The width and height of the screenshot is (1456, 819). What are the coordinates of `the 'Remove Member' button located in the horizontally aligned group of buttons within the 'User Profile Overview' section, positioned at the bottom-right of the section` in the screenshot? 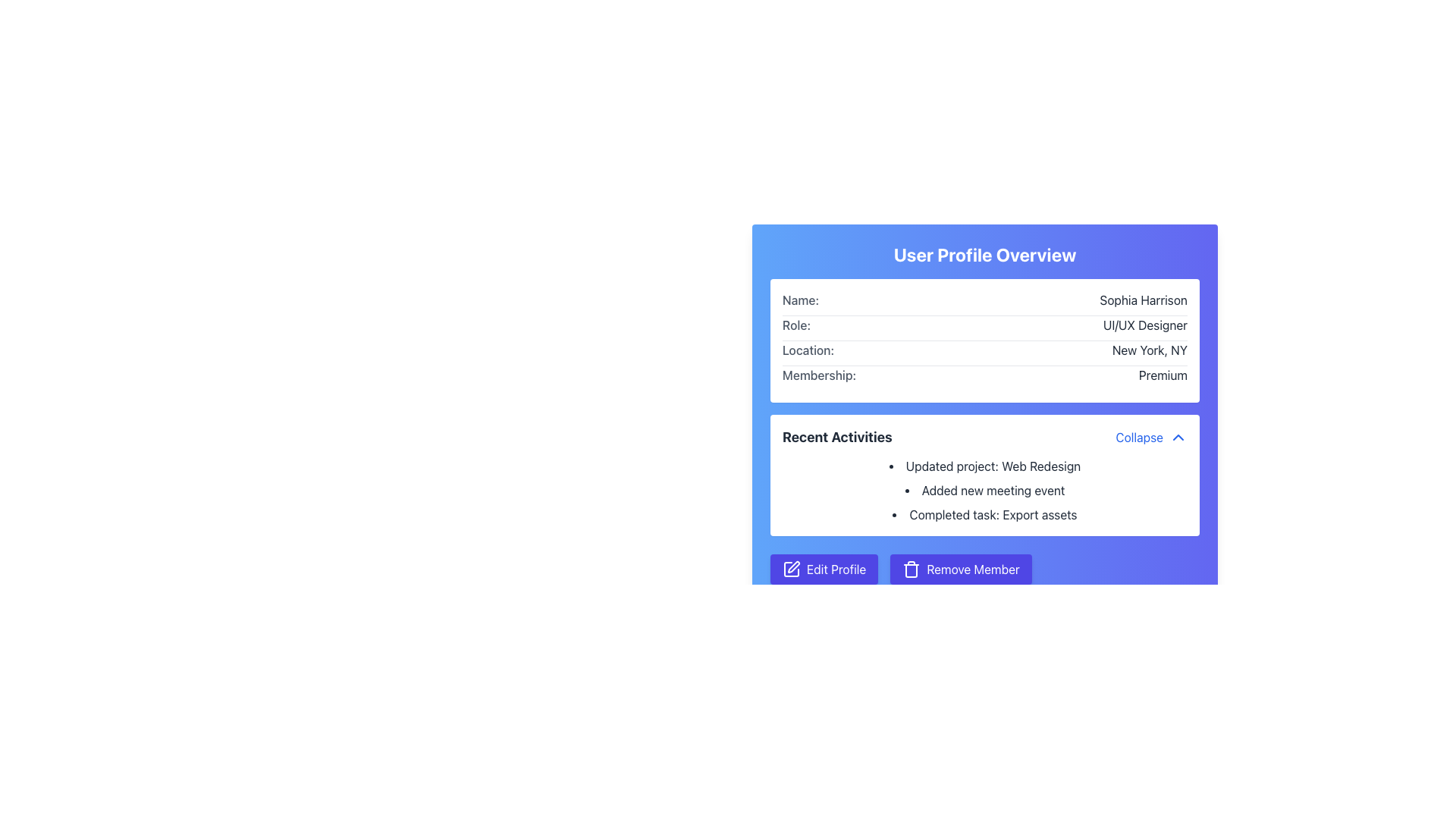 It's located at (985, 570).